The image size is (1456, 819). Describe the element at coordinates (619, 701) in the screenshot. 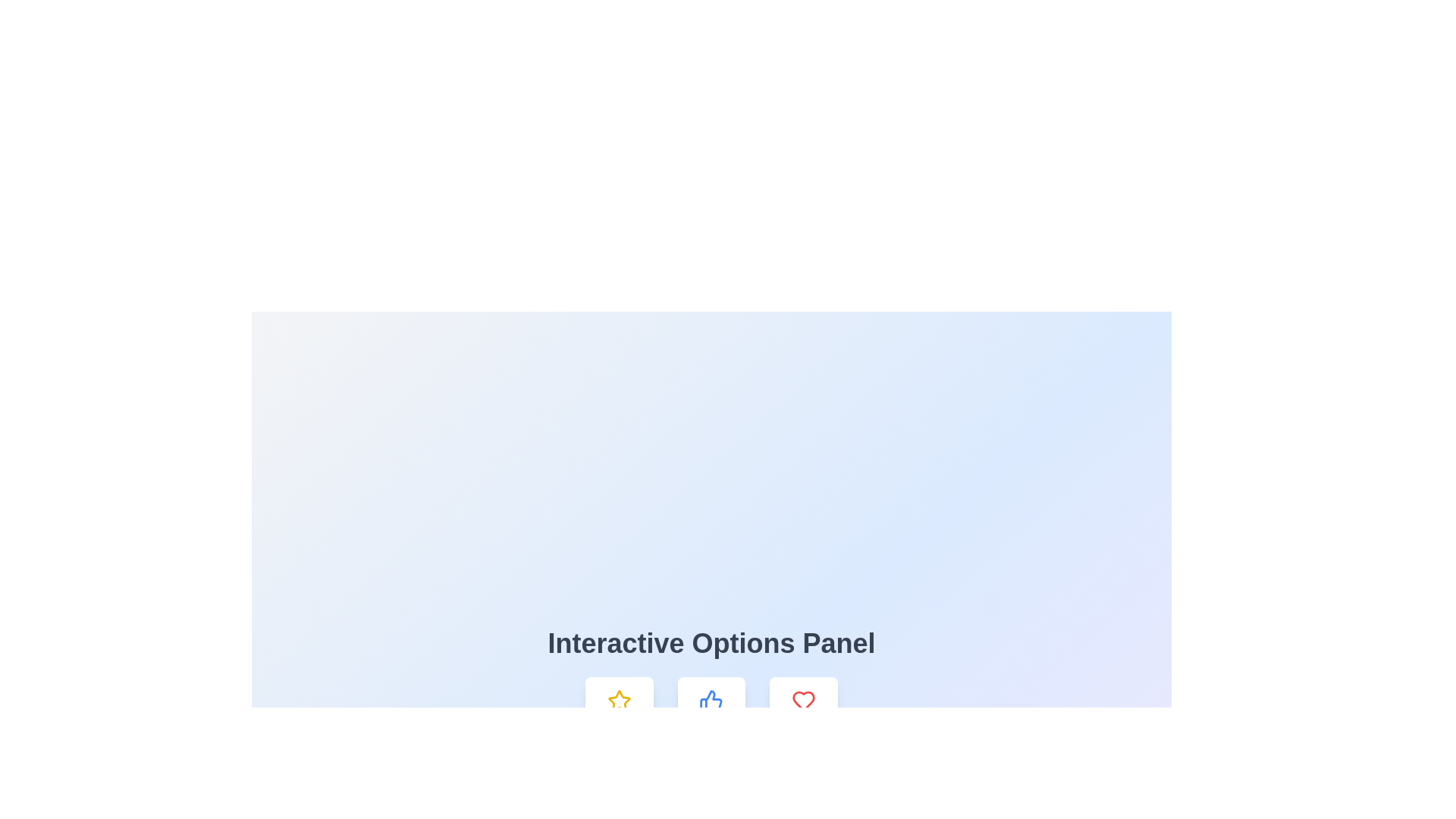

I see `the star icon with a yellow outline located in the interactive options bar beneath the 'Interactive Options Panel'` at that location.